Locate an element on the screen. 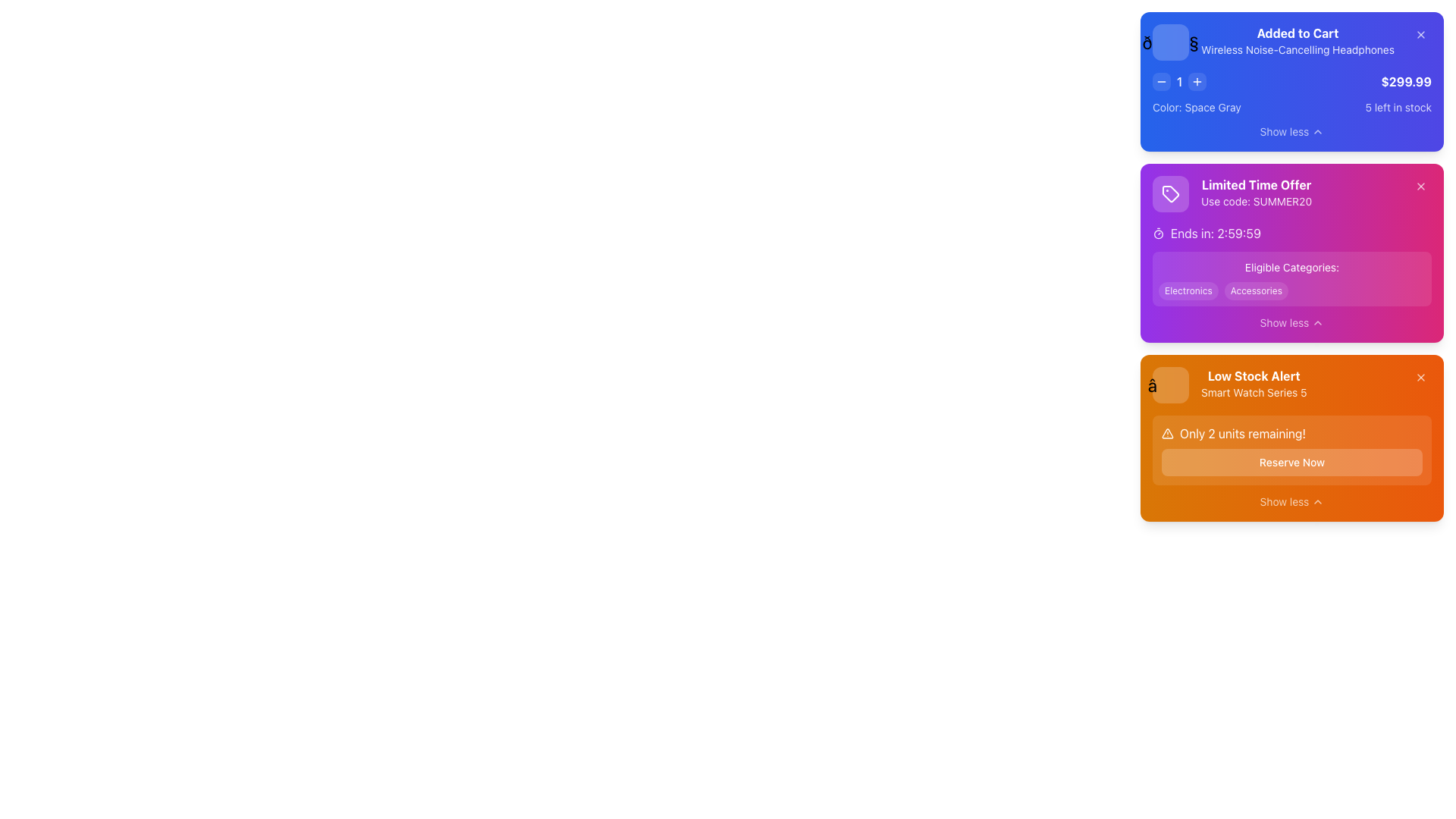  the interactive text label located at the bottom of the 'Limited Time Offer' card is located at coordinates (1284, 322).